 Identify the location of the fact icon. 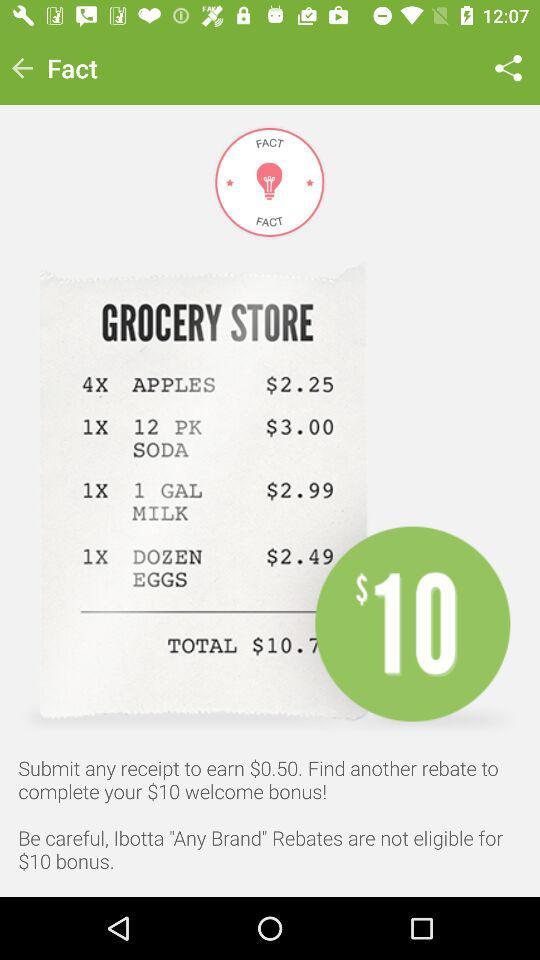
(71, 68).